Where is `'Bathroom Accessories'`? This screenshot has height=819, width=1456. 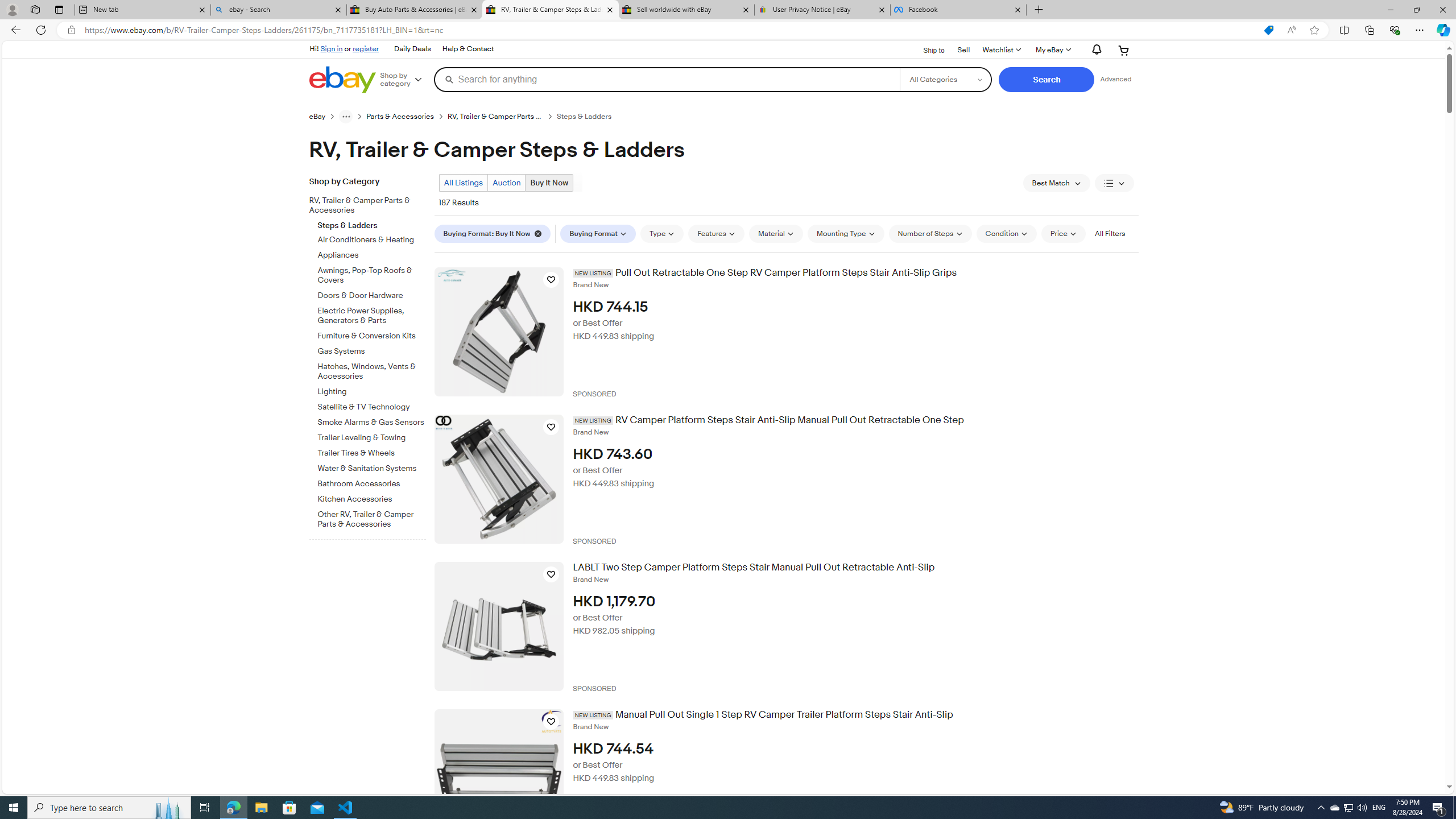 'Bathroom Accessories' is located at coordinates (371, 481).